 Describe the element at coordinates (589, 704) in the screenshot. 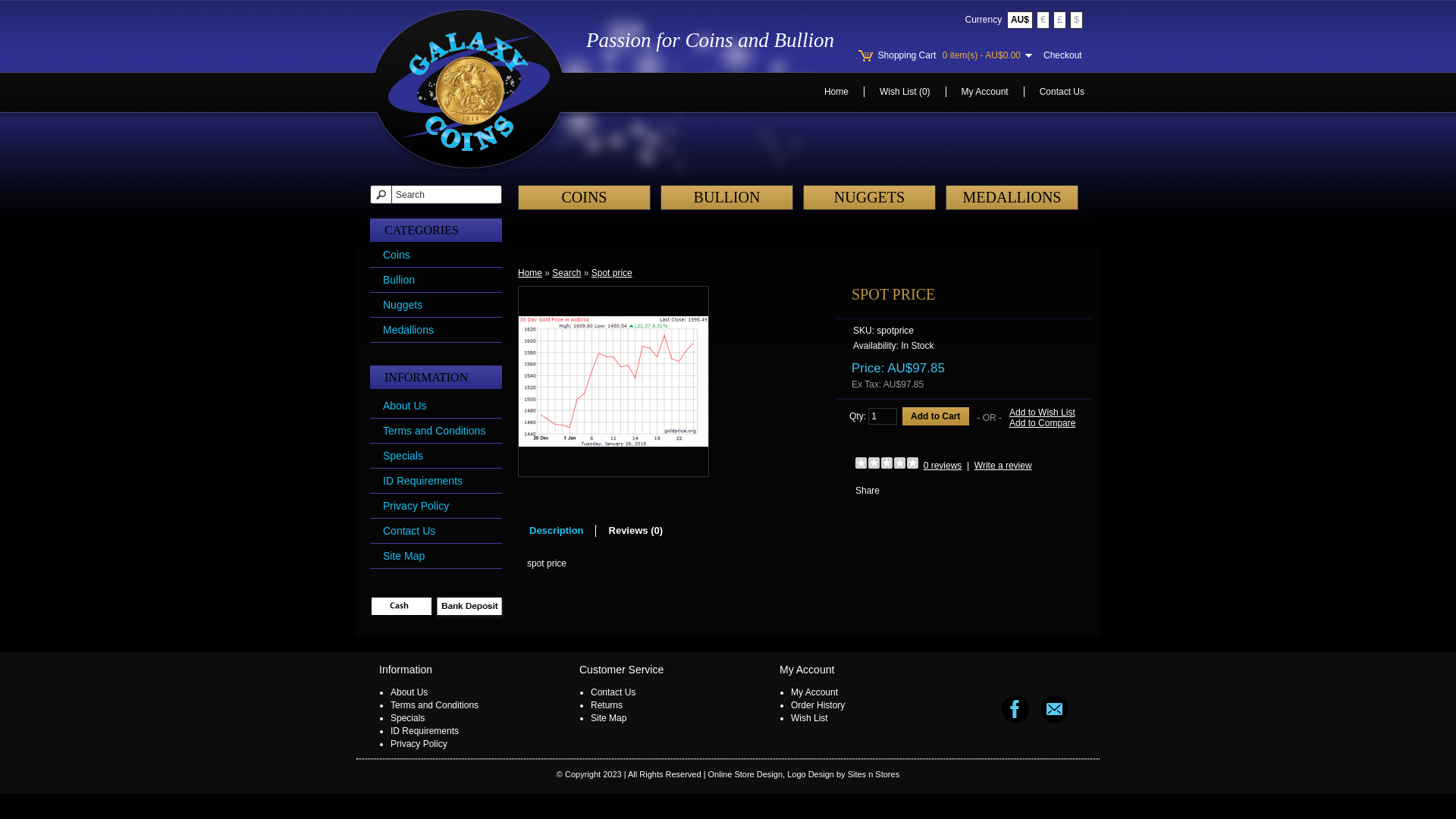

I see `'Returns'` at that location.